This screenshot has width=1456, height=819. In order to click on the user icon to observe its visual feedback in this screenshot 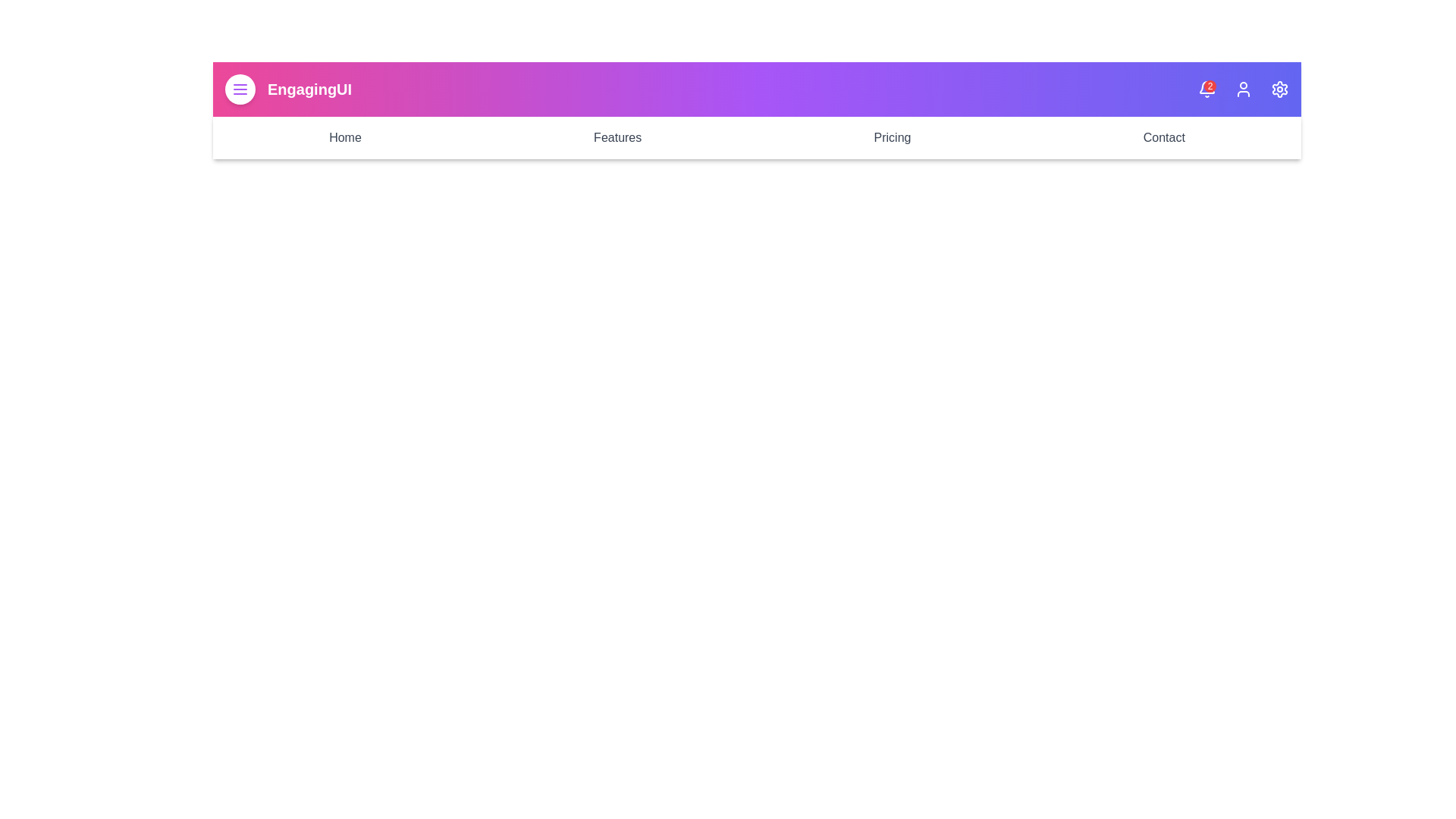, I will do `click(1244, 89)`.